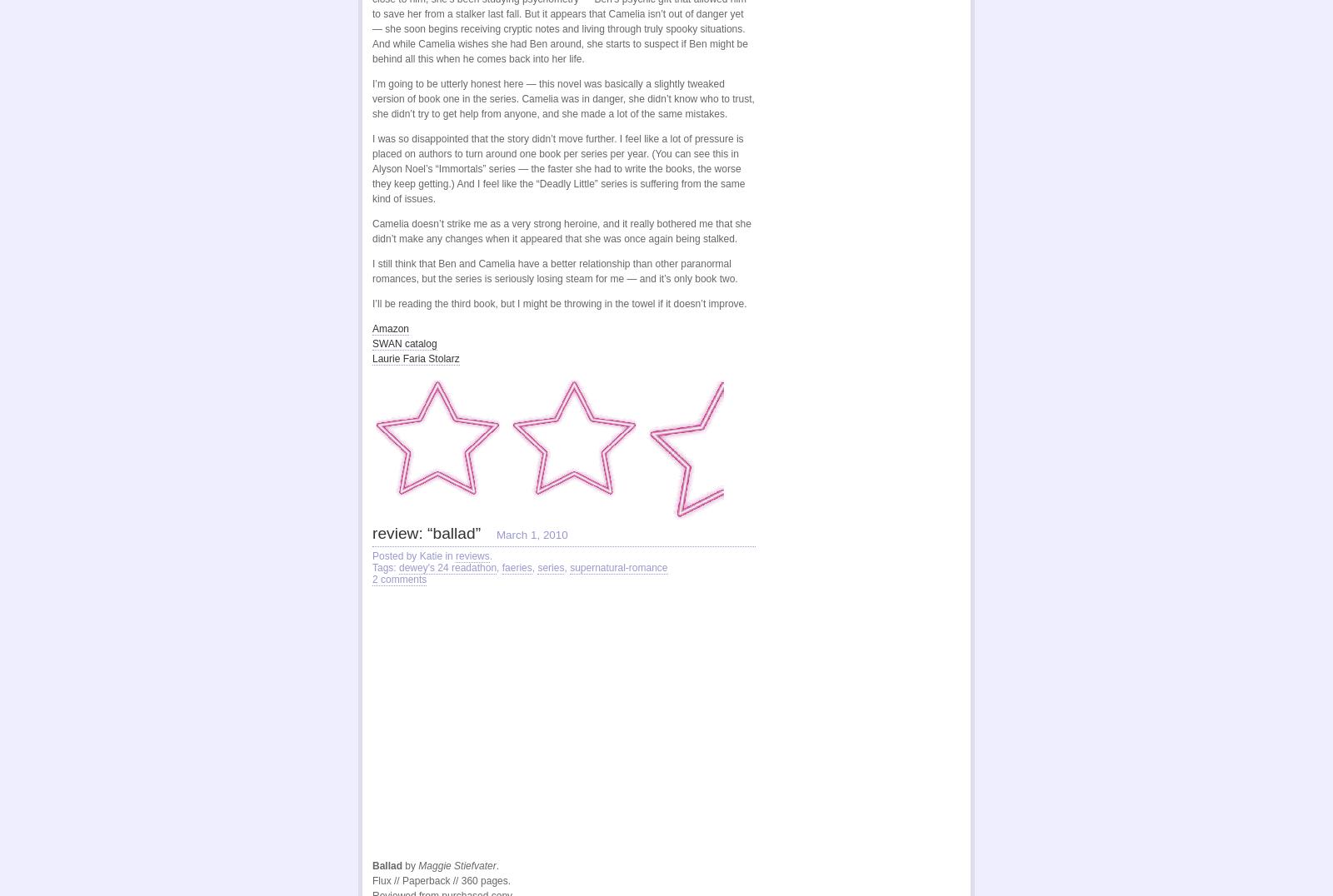  I want to click on 'Ballad', so click(386, 864).